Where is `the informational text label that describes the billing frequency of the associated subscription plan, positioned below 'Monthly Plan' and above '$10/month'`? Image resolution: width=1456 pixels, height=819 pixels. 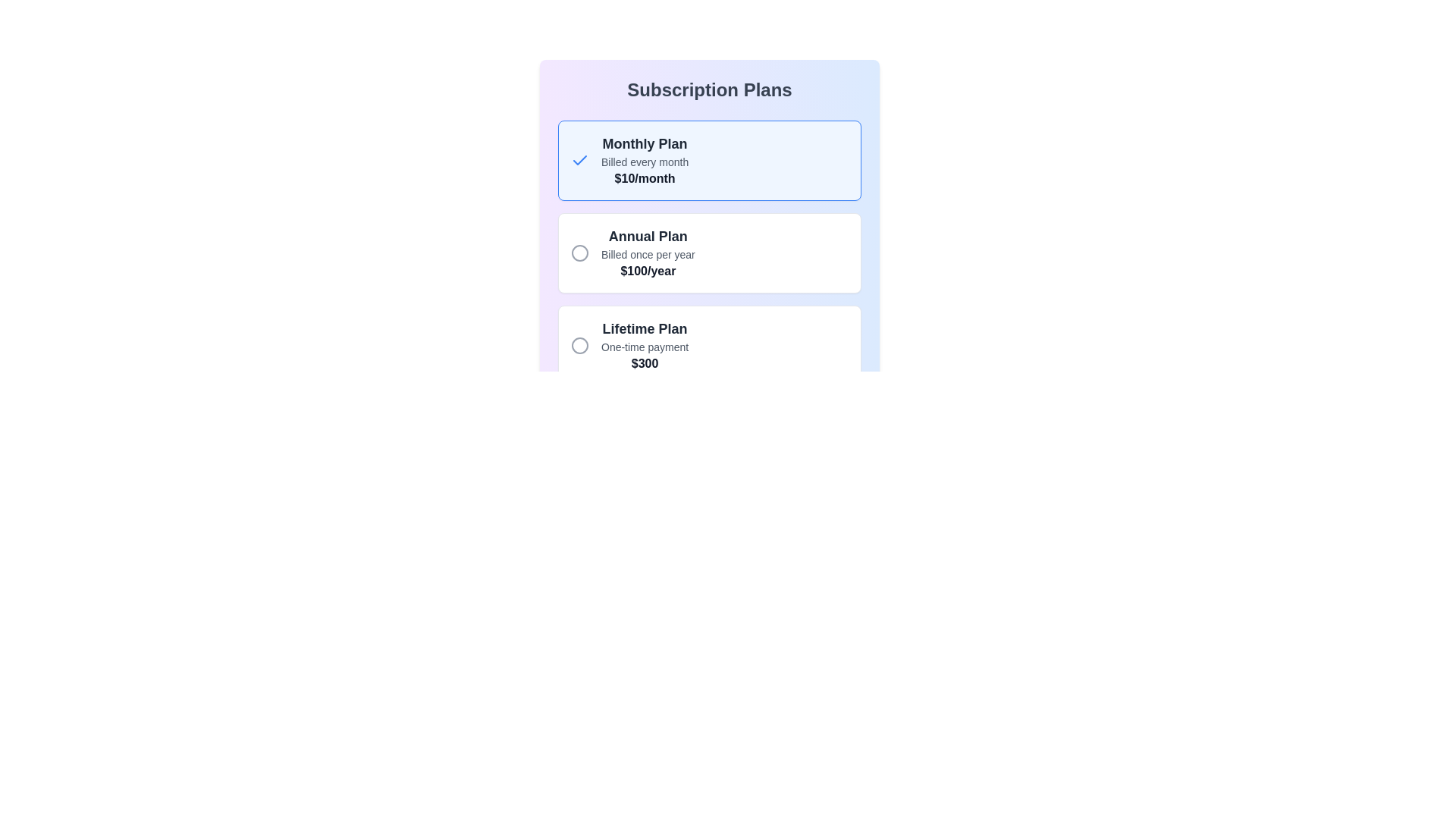
the informational text label that describes the billing frequency of the associated subscription plan, positioned below 'Monthly Plan' and above '$10/month' is located at coordinates (645, 162).